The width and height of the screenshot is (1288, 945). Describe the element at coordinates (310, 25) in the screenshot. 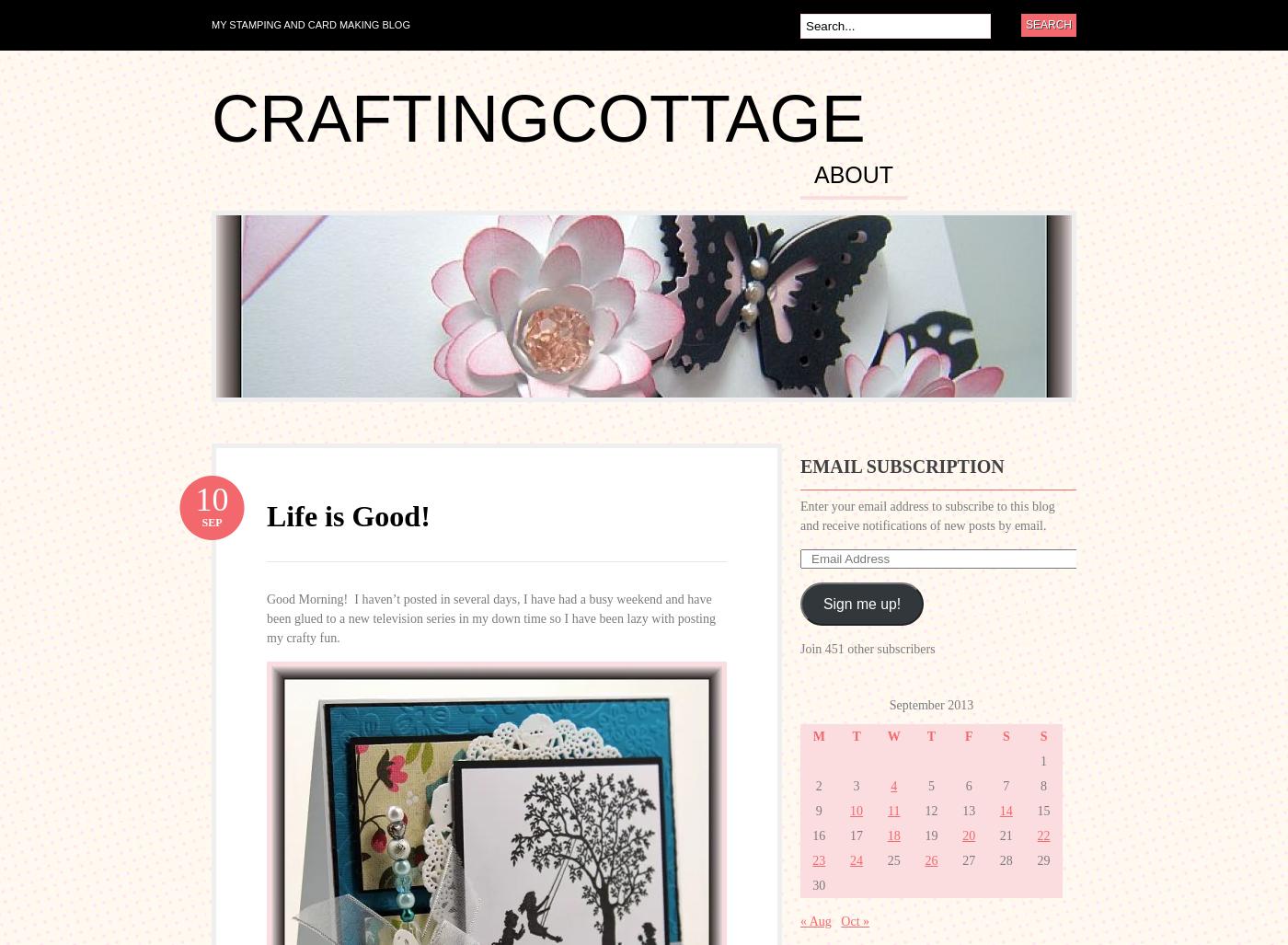

I see `'My Stamping and Card Making Blog'` at that location.